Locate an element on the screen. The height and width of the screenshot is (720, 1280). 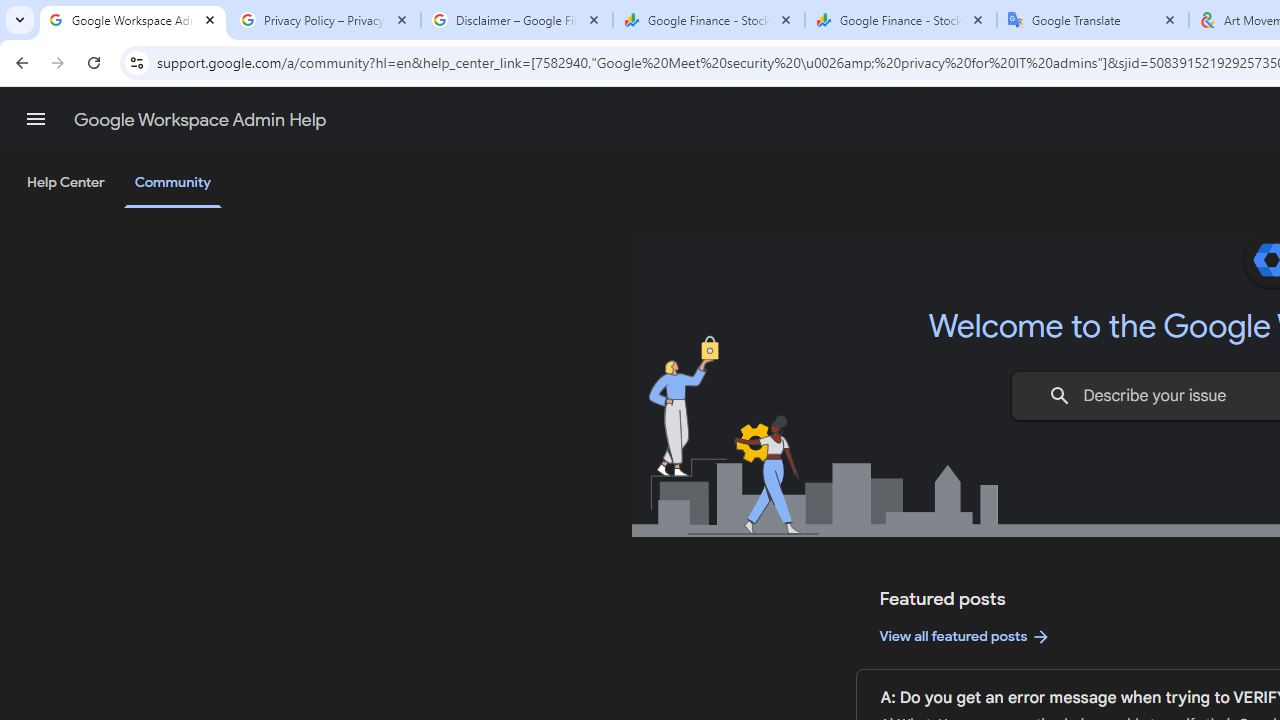
'Google Workspace Admin Community' is located at coordinates (132, 20).